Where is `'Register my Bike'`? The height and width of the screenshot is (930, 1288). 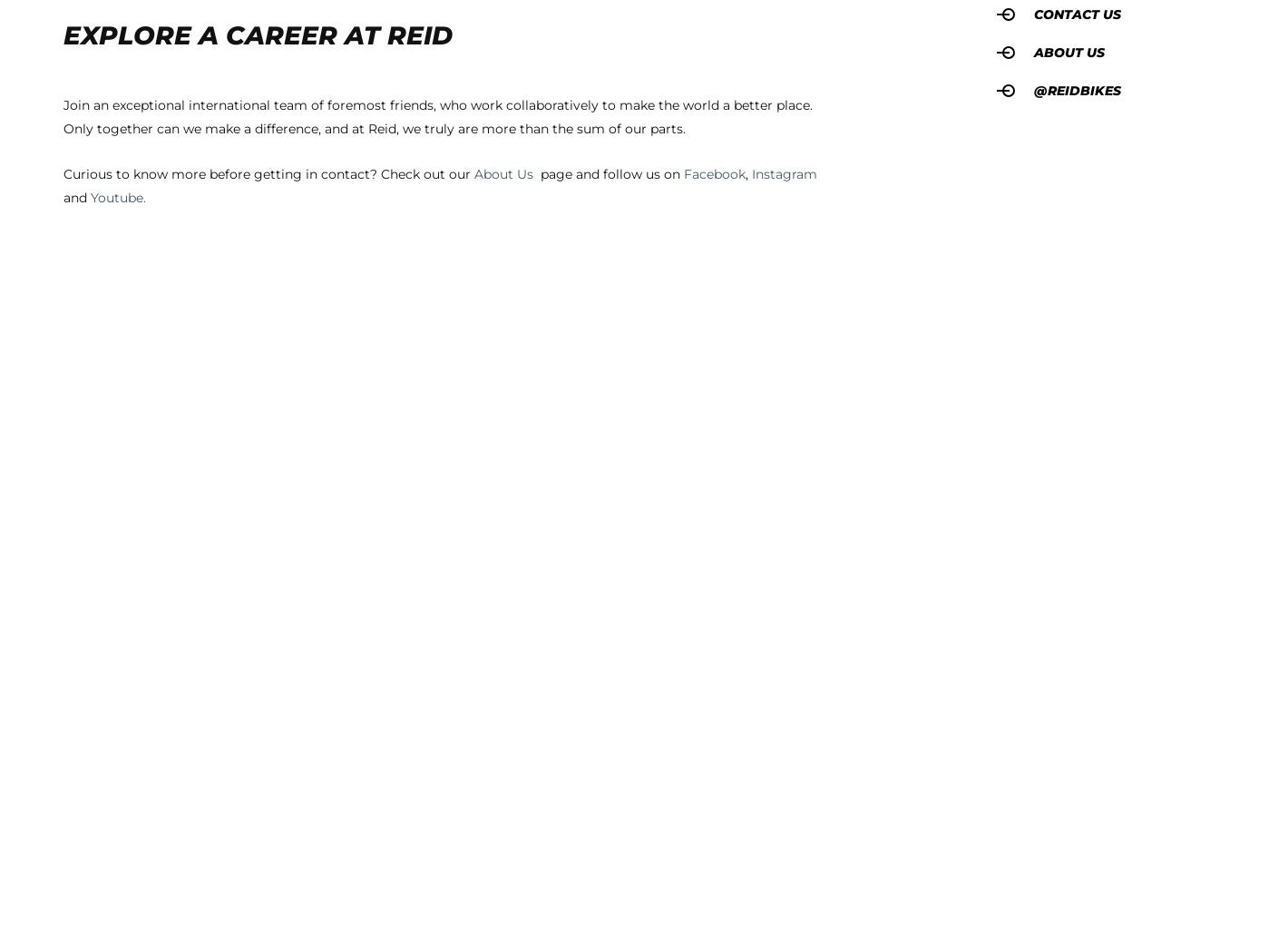
'Register my Bike' is located at coordinates (117, 445).